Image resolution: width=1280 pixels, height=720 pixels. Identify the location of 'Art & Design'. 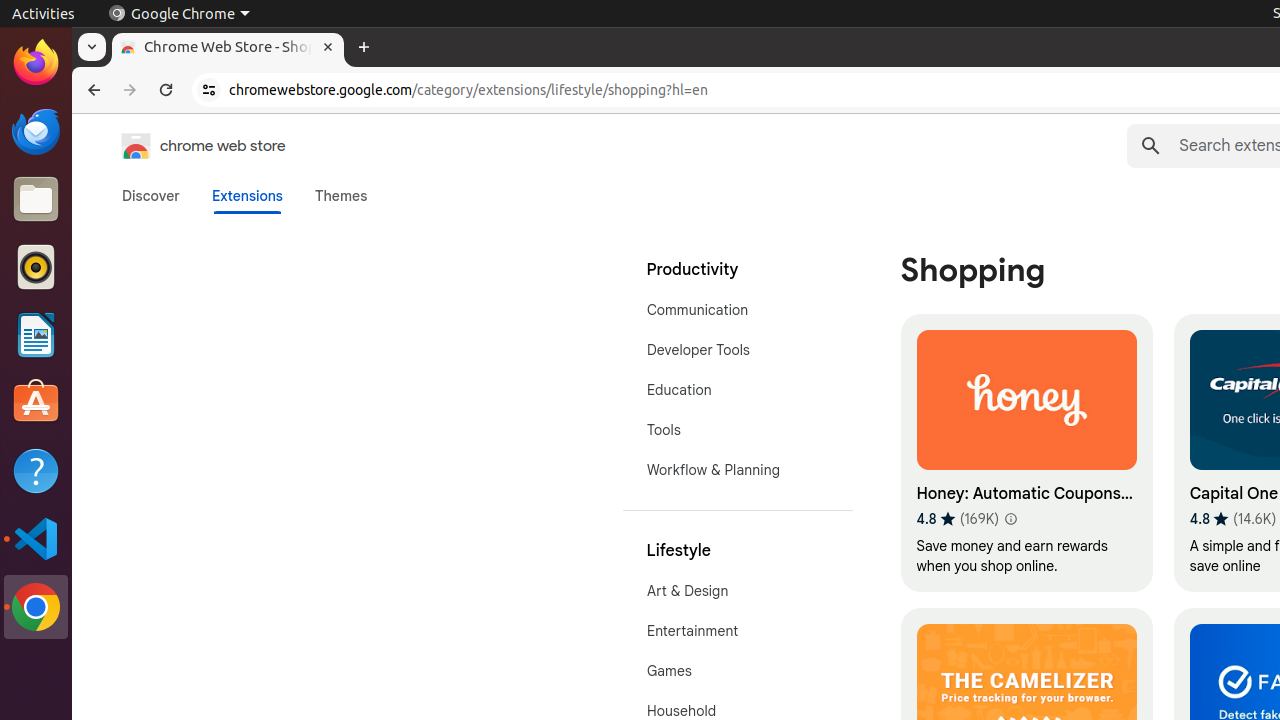
(736, 589).